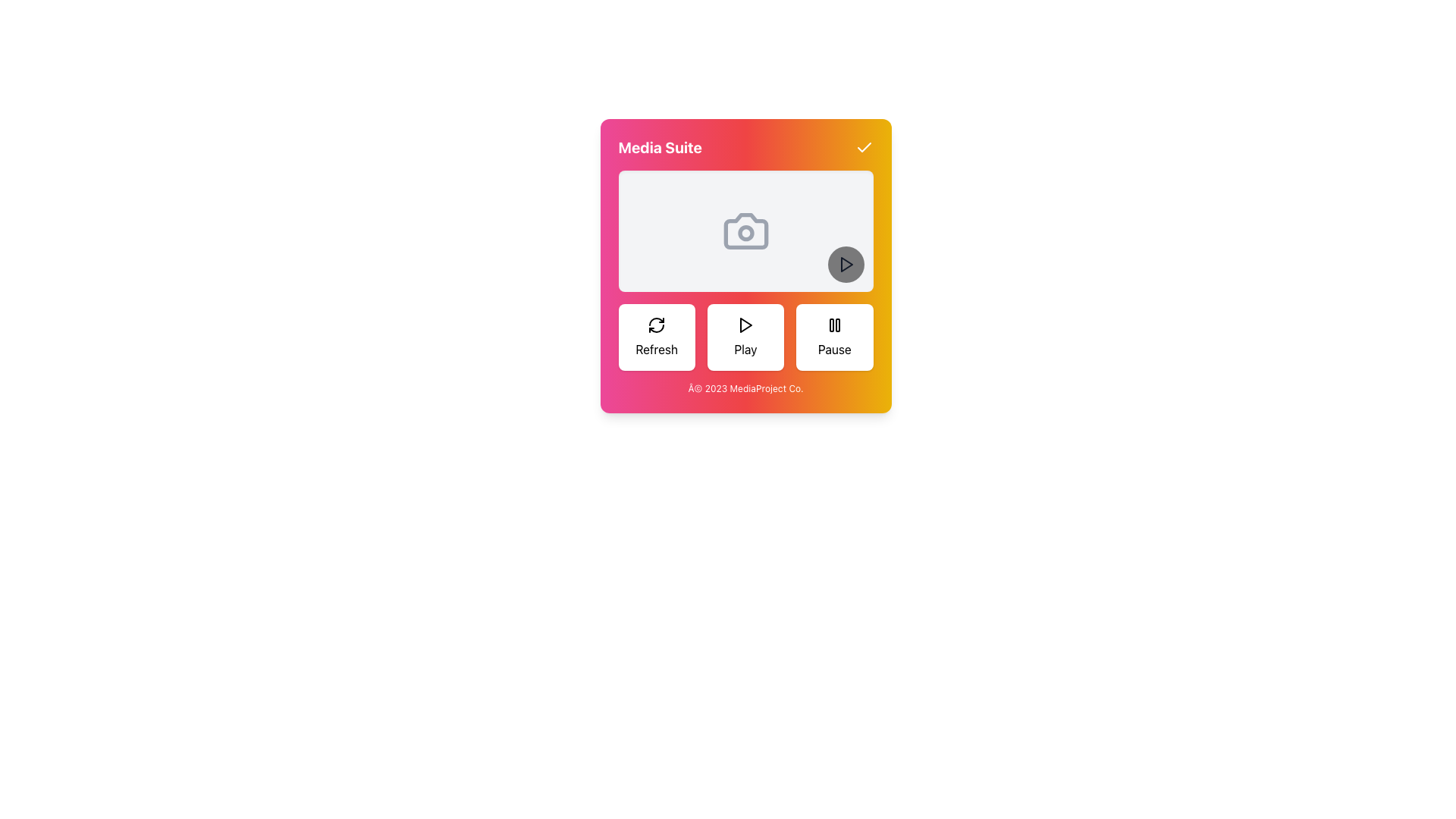 The height and width of the screenshot is (819, 1456). What do you see at coordinates (745, 231) in the screenshot?
I see `camera icon outlined in gray, centrally positioned in the upper middle of the interface, above the 'Refresh', 'Play', and 'Pause' buttons` at bounding box center [745, 231].